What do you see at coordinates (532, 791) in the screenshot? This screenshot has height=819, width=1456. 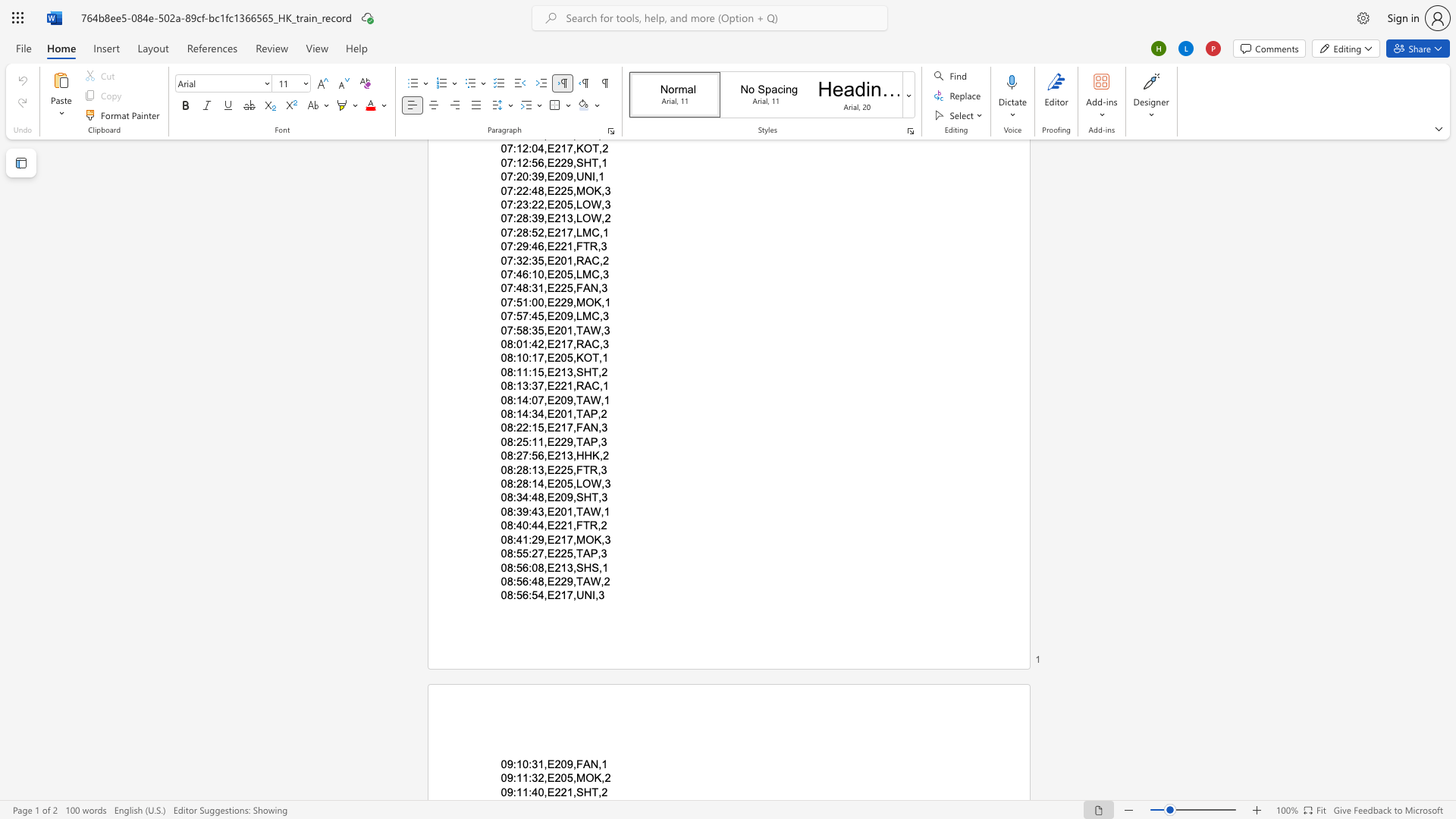 I see `the subset text "40," within the text "09:11:40,E221,SHT,2"` at bounding box center [532, 791].